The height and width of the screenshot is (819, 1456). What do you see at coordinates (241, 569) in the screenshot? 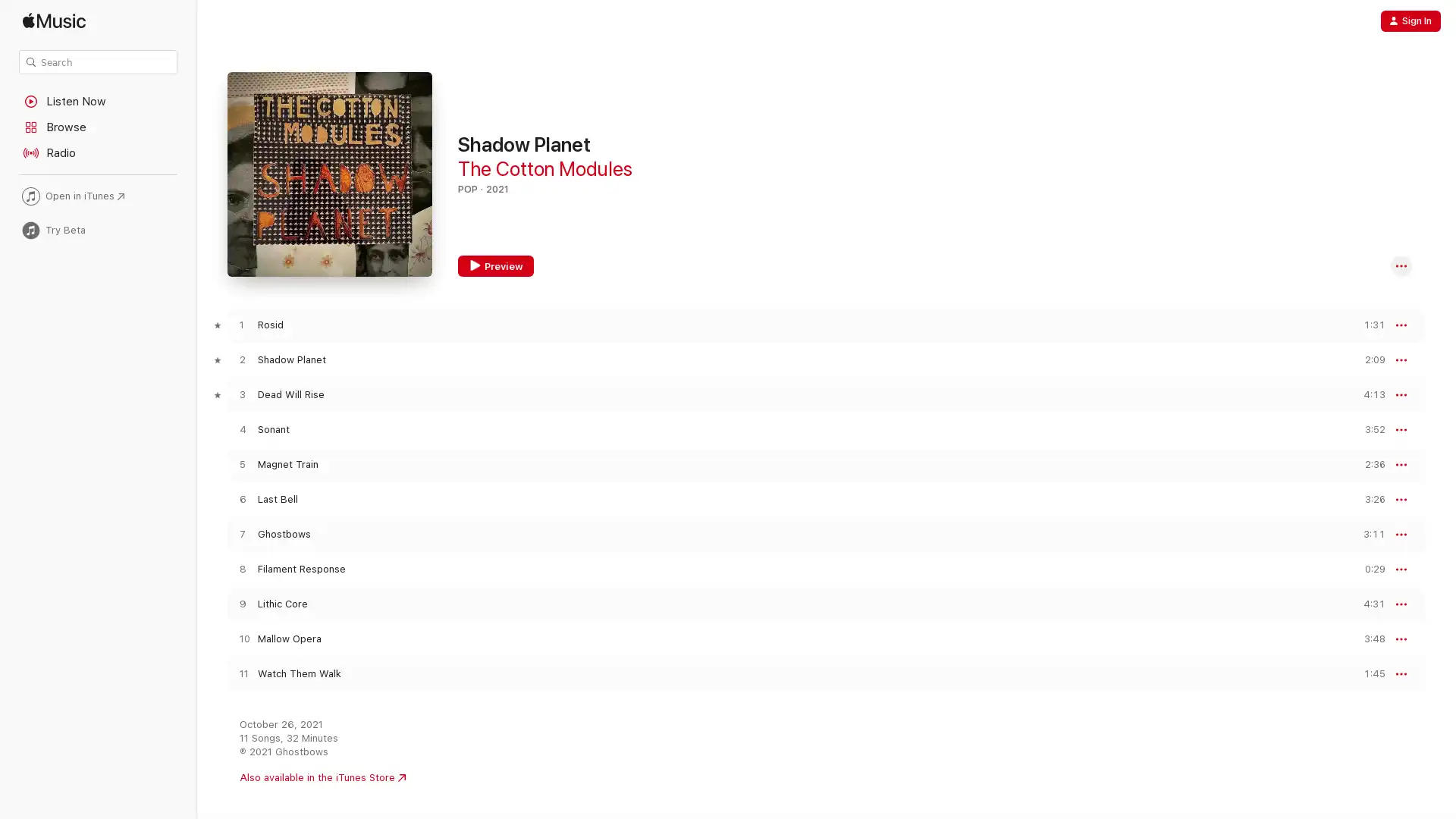
I see `Play` at bounding box center [241, 569].